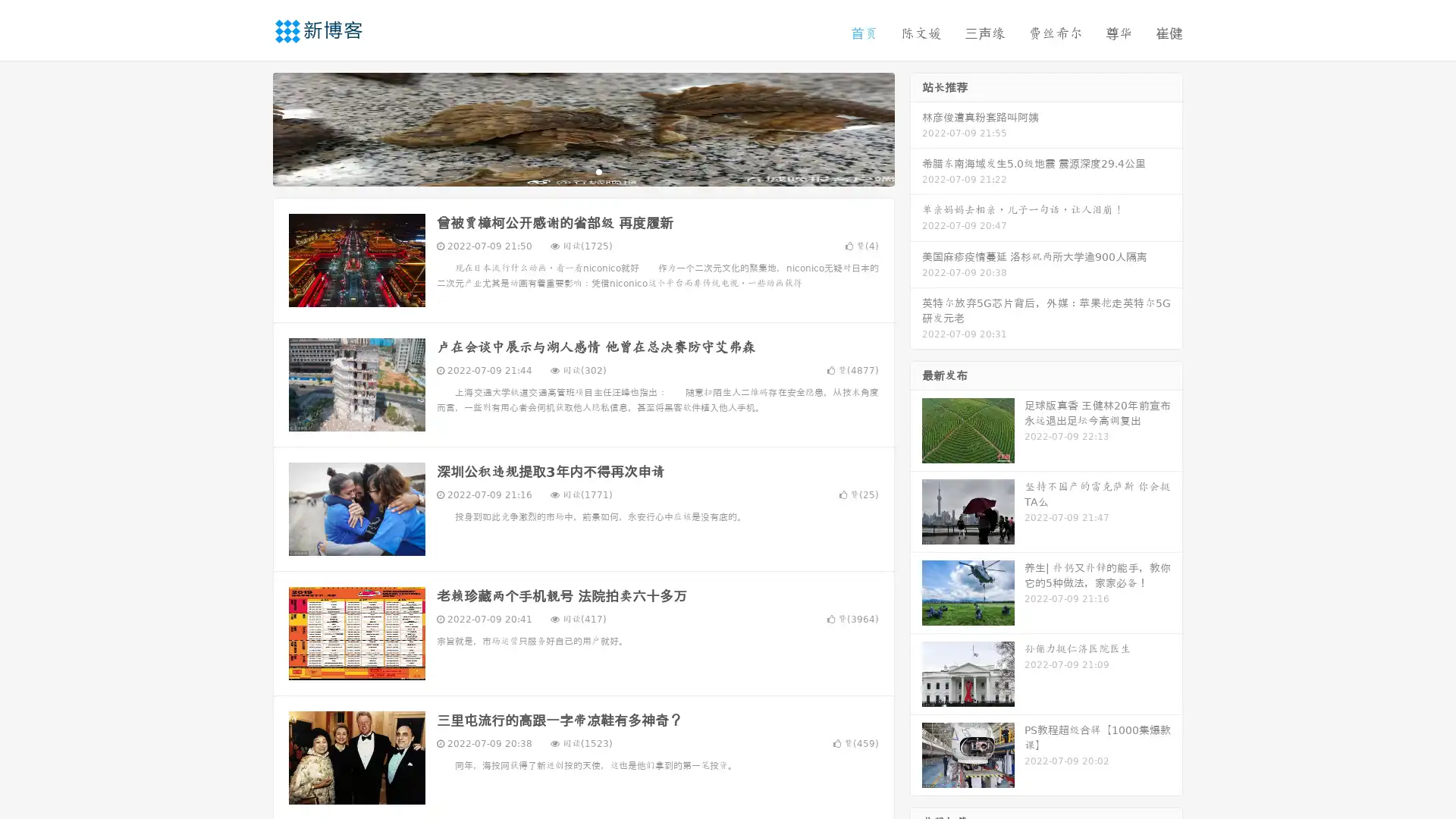 The height and width of the screenshot is (819, 1456). What do you see at coordinates (582, 171) in the screenshot?
I see `Go to slide 2` at bounding box center [582, 171].